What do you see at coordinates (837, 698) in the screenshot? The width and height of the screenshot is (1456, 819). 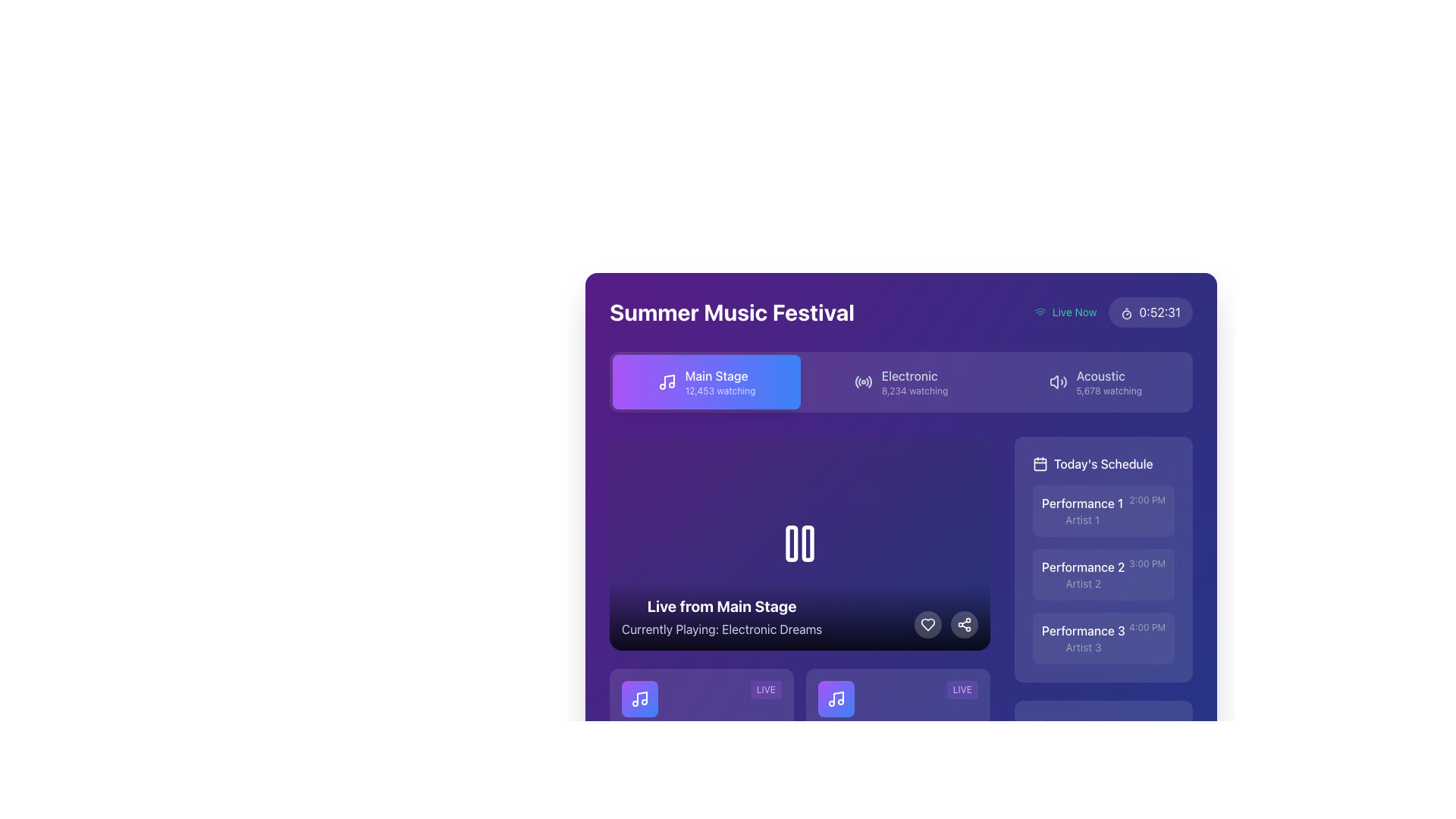 I see `the vertical line segment of the musical note icon, which is located on the right side of the 'Main Stage' button section` at bounding box center [837, 698].